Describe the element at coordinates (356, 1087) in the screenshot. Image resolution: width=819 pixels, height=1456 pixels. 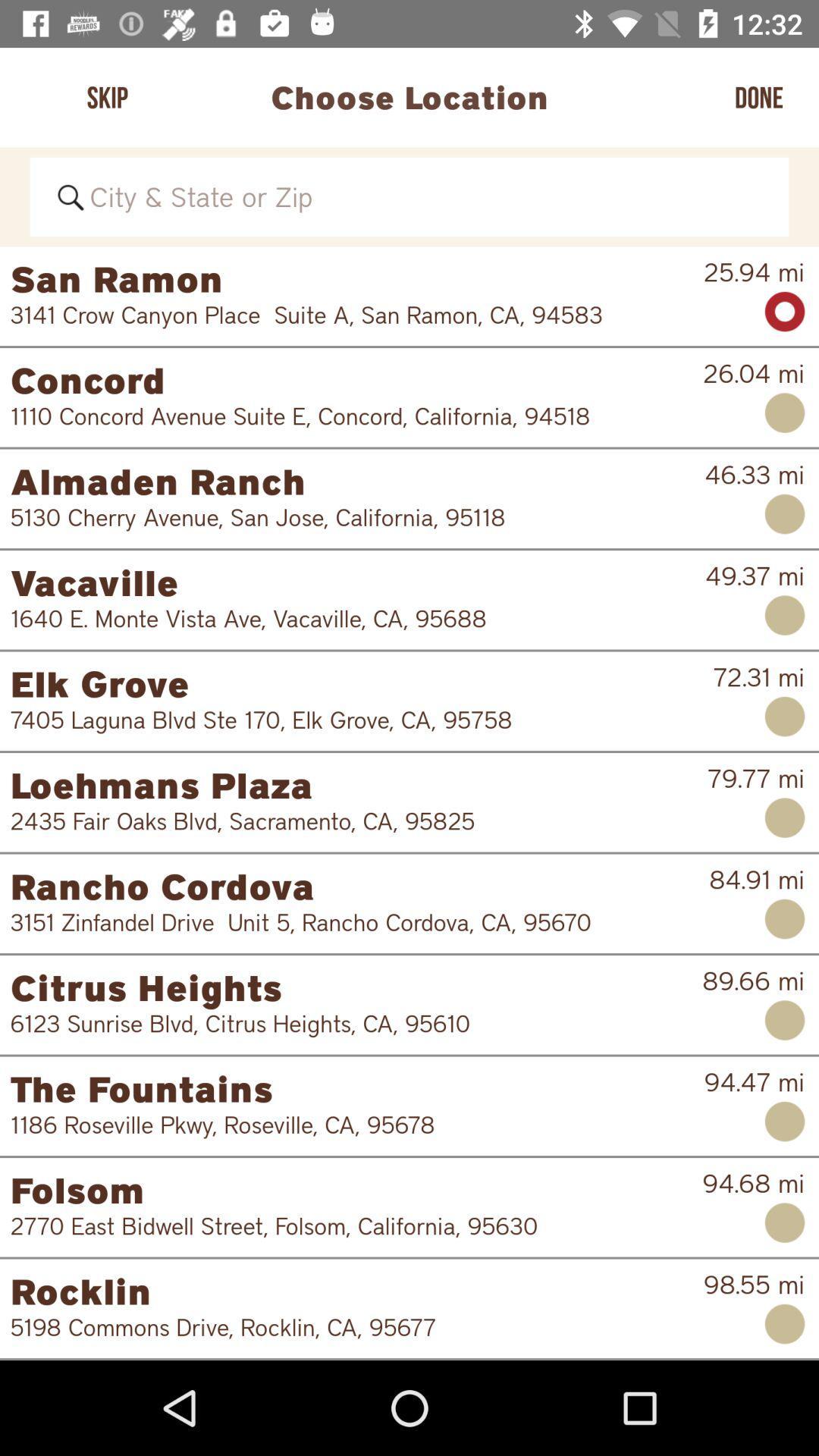
I see `item to the left of the 94.47 mi item` at that location.